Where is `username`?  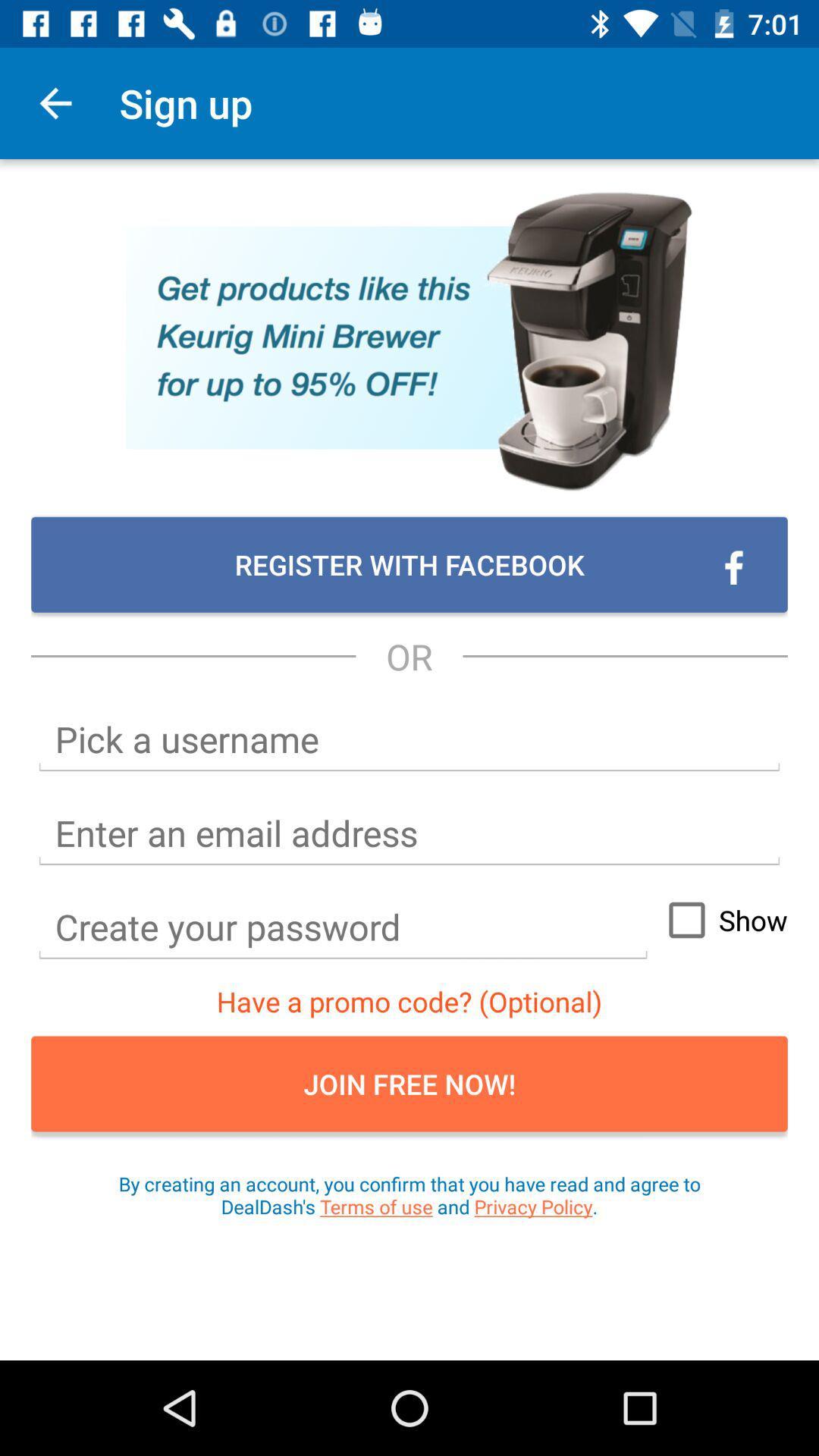 username is located at coordinates (409, 739).